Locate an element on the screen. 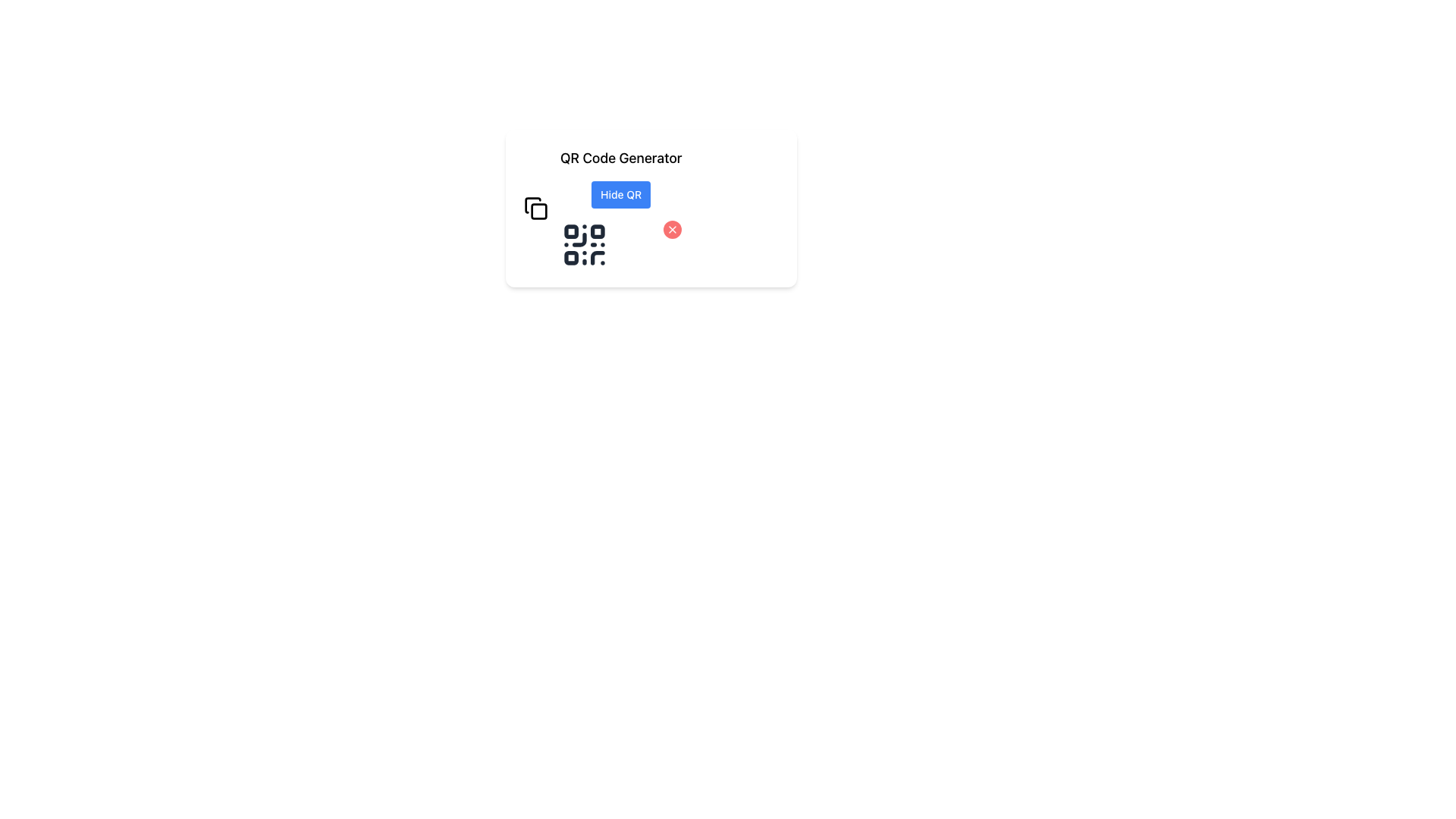  the icon fragment located in the lower-right quadrant of the QR code design, which is part of the SVG graphic is located at coordinates (597, 257).